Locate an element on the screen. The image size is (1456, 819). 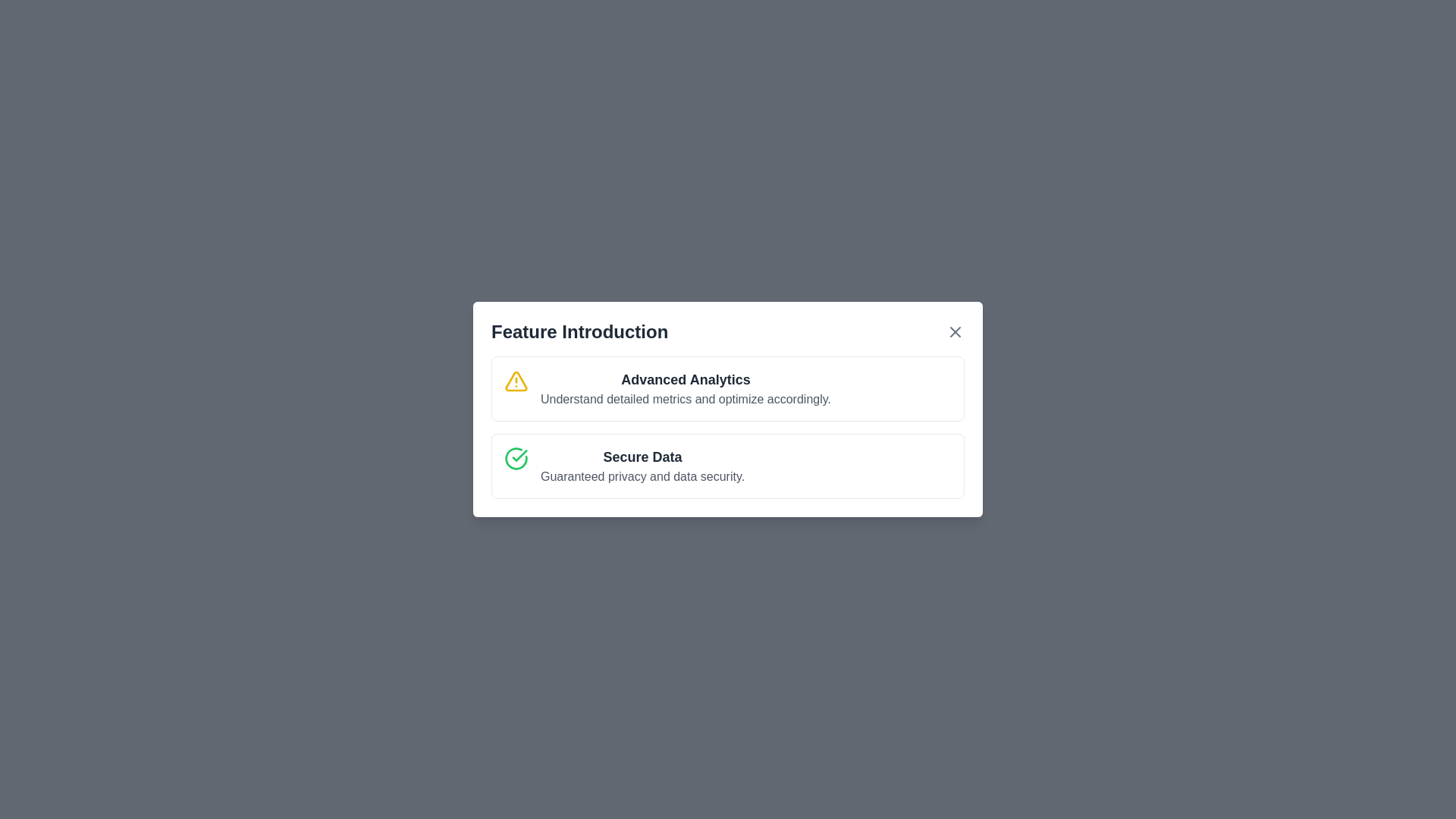
the close button located in the top-right corner of the header section containing the text 'Feature Introduction' is located at coordinates (954, 331).